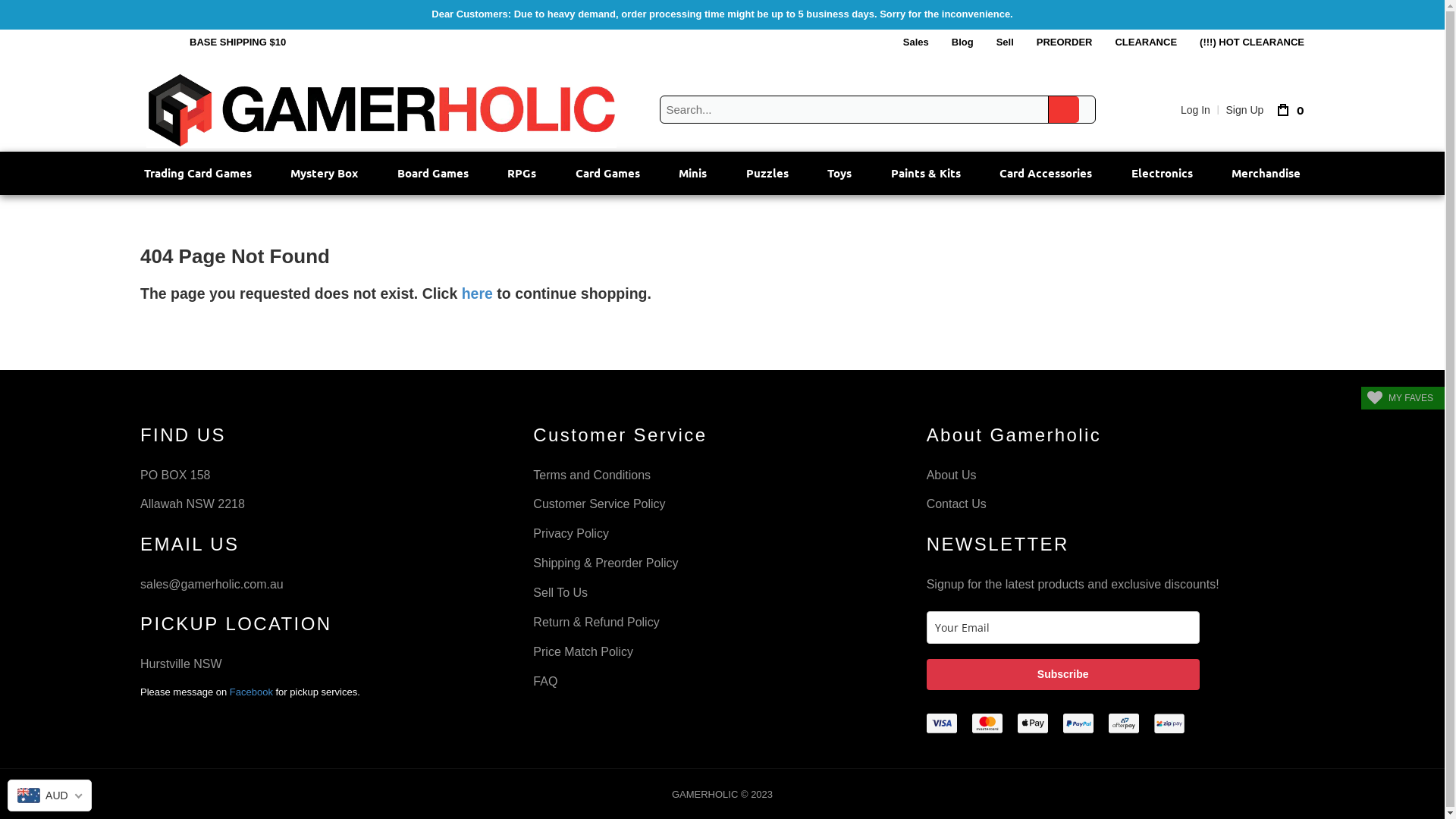  I want to click on '(!!!) HOT CLEARANCE', so click(1252, 42).